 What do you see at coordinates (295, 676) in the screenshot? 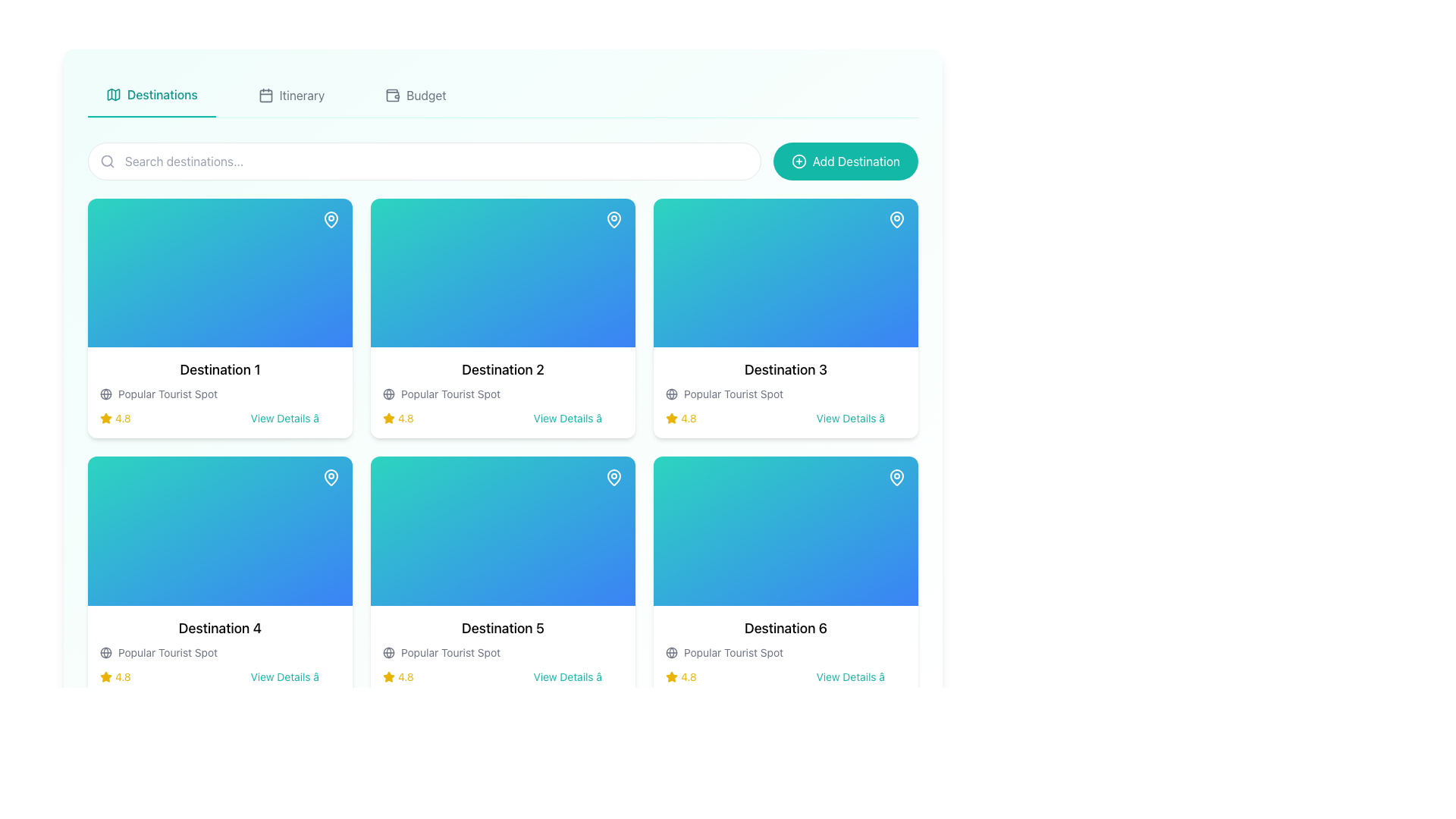
I see `the hyperlink text 'View Details â→' located in the lower section of the card for 'Destination 4'` at bounding box center [295, 676].